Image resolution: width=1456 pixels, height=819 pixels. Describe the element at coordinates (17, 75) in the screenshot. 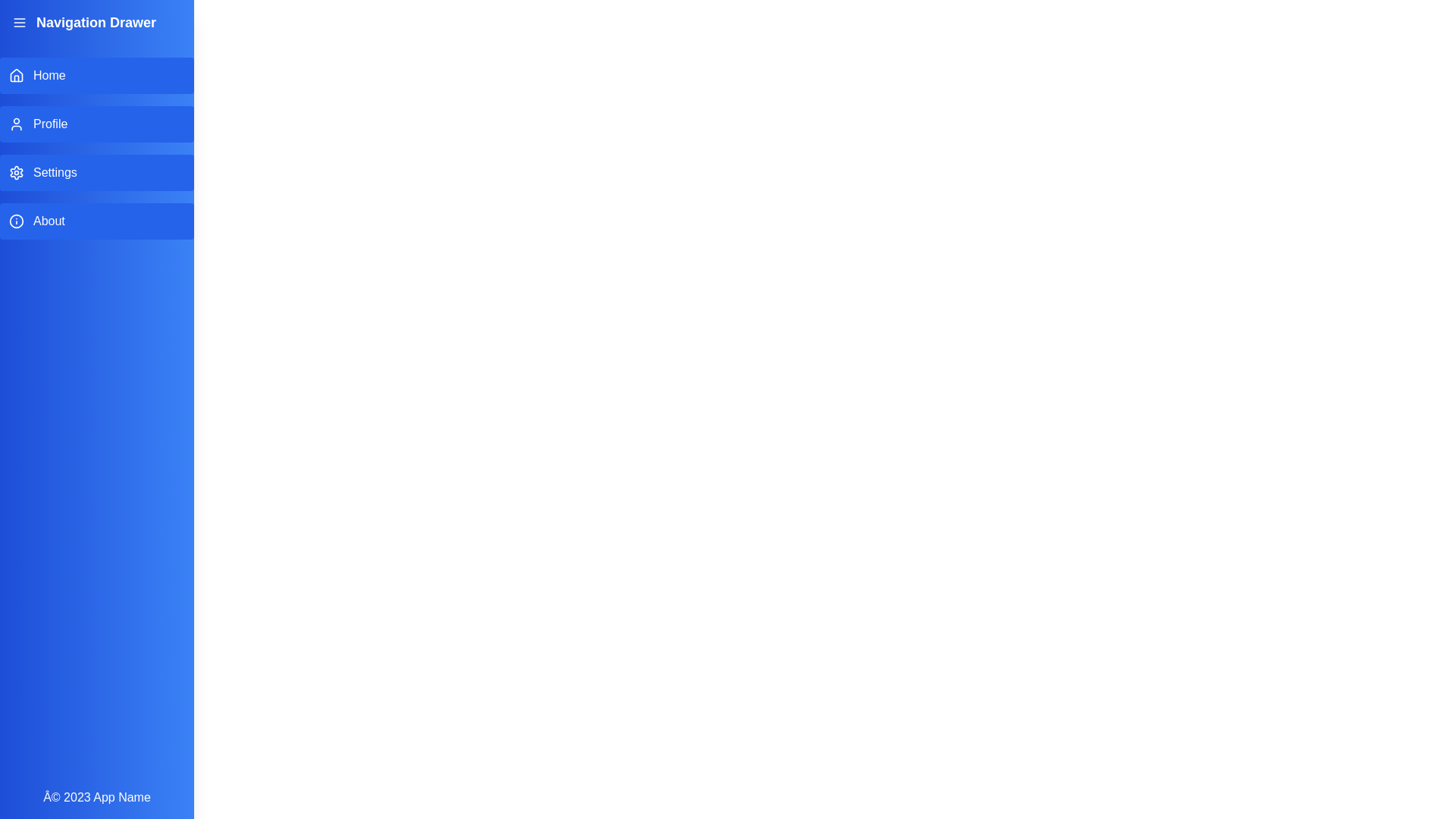

I see `the home icon SVG element located in the navigation drawer adjacent to the 'Home' label` at that location.